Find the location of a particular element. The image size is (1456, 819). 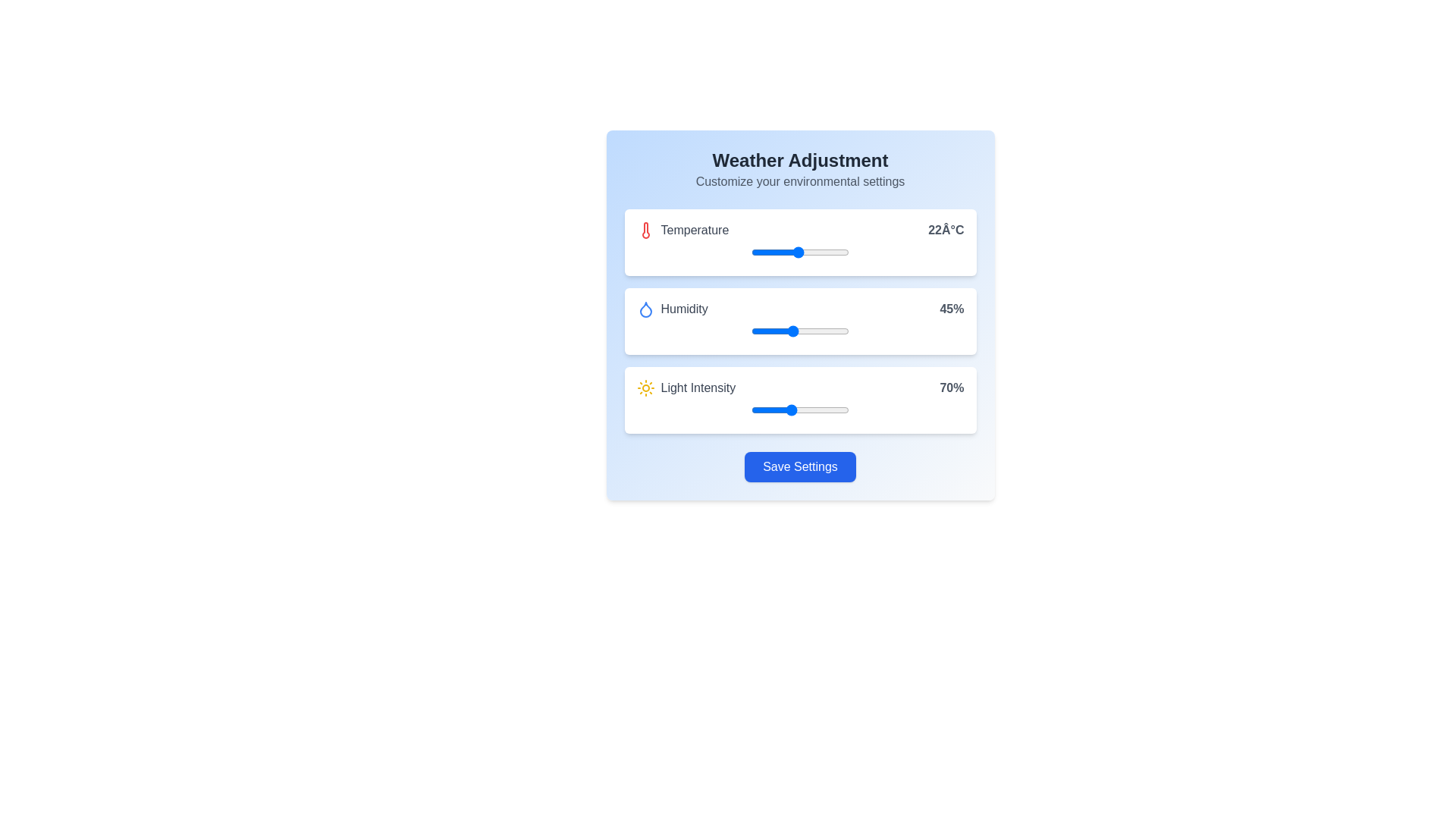

the light intensity is located at coordinates (775, 409).